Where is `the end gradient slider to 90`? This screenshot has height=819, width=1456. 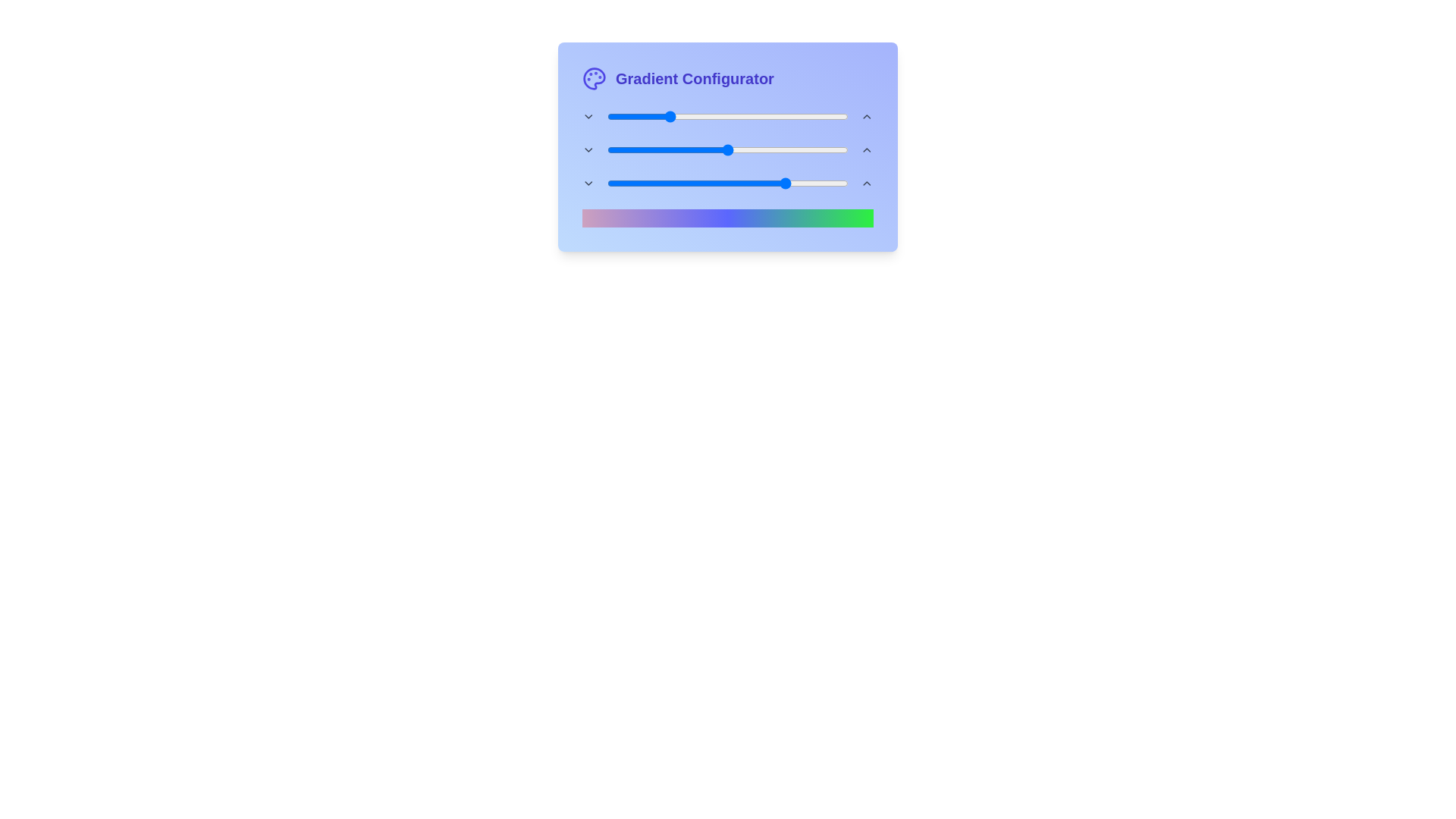
the end gradient slider to 90 is located at coordinates (824, 183).